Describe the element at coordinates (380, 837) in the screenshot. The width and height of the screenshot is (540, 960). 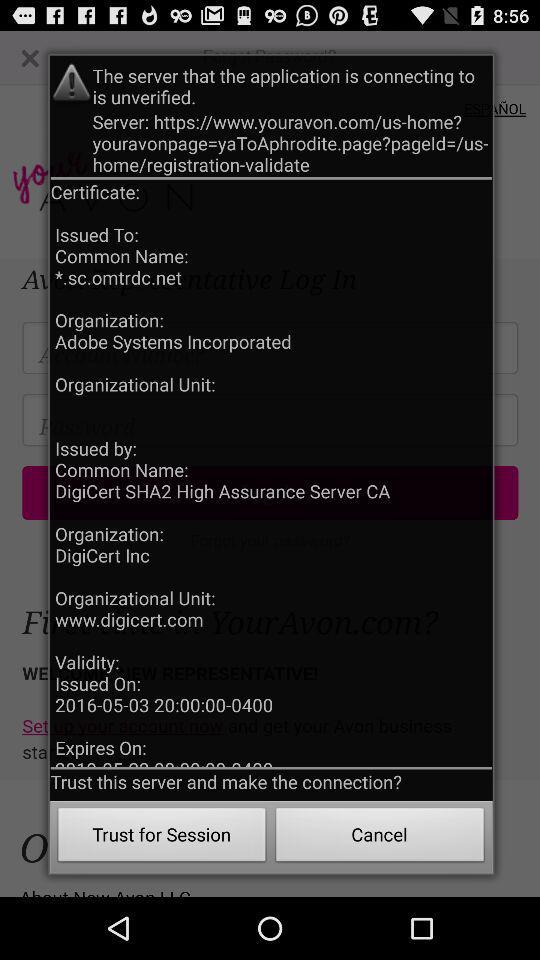
I see `icon next to trust for session icon` at that location.